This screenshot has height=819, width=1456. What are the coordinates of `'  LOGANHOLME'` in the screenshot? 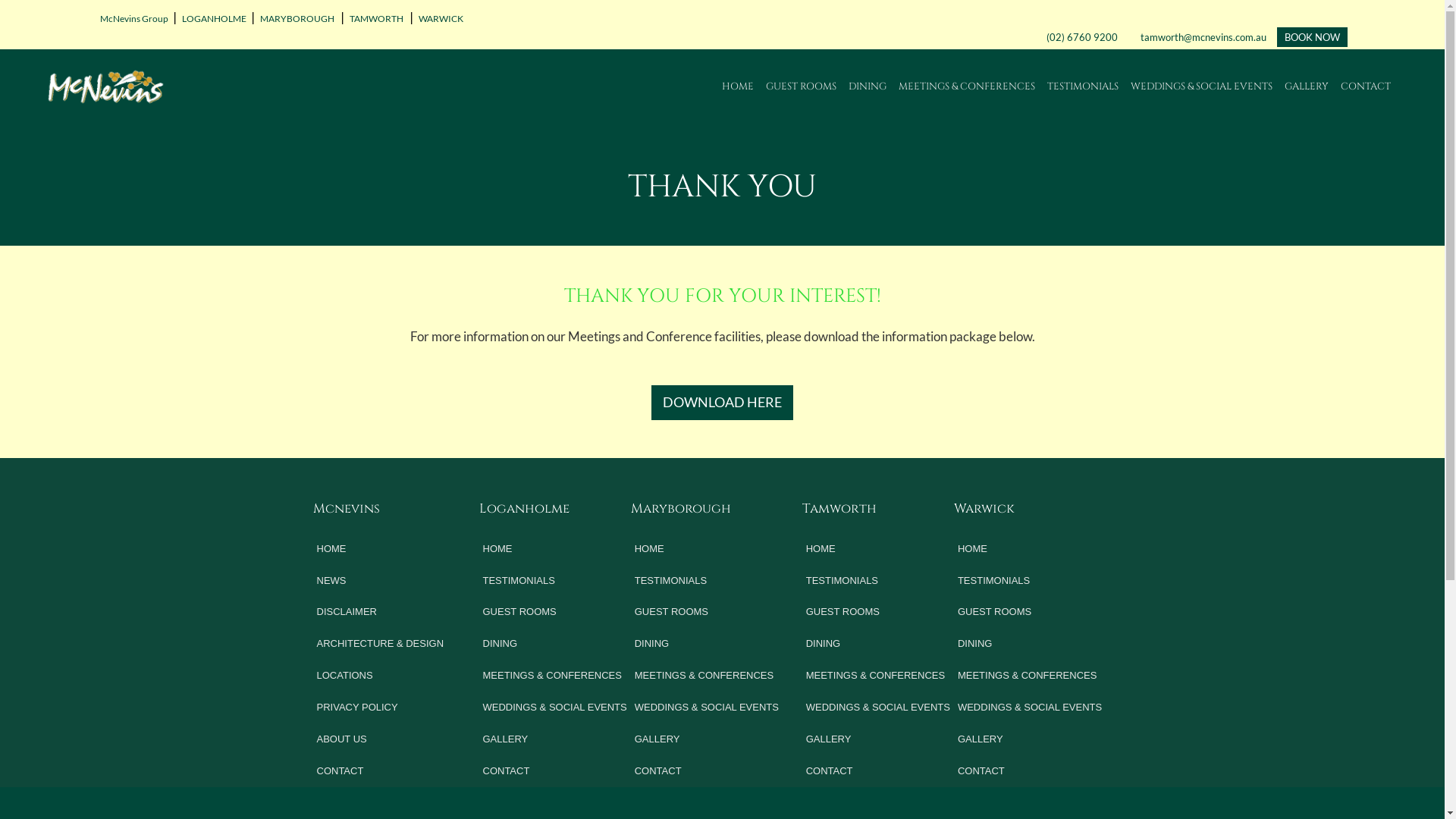 It's located at (212, 18).